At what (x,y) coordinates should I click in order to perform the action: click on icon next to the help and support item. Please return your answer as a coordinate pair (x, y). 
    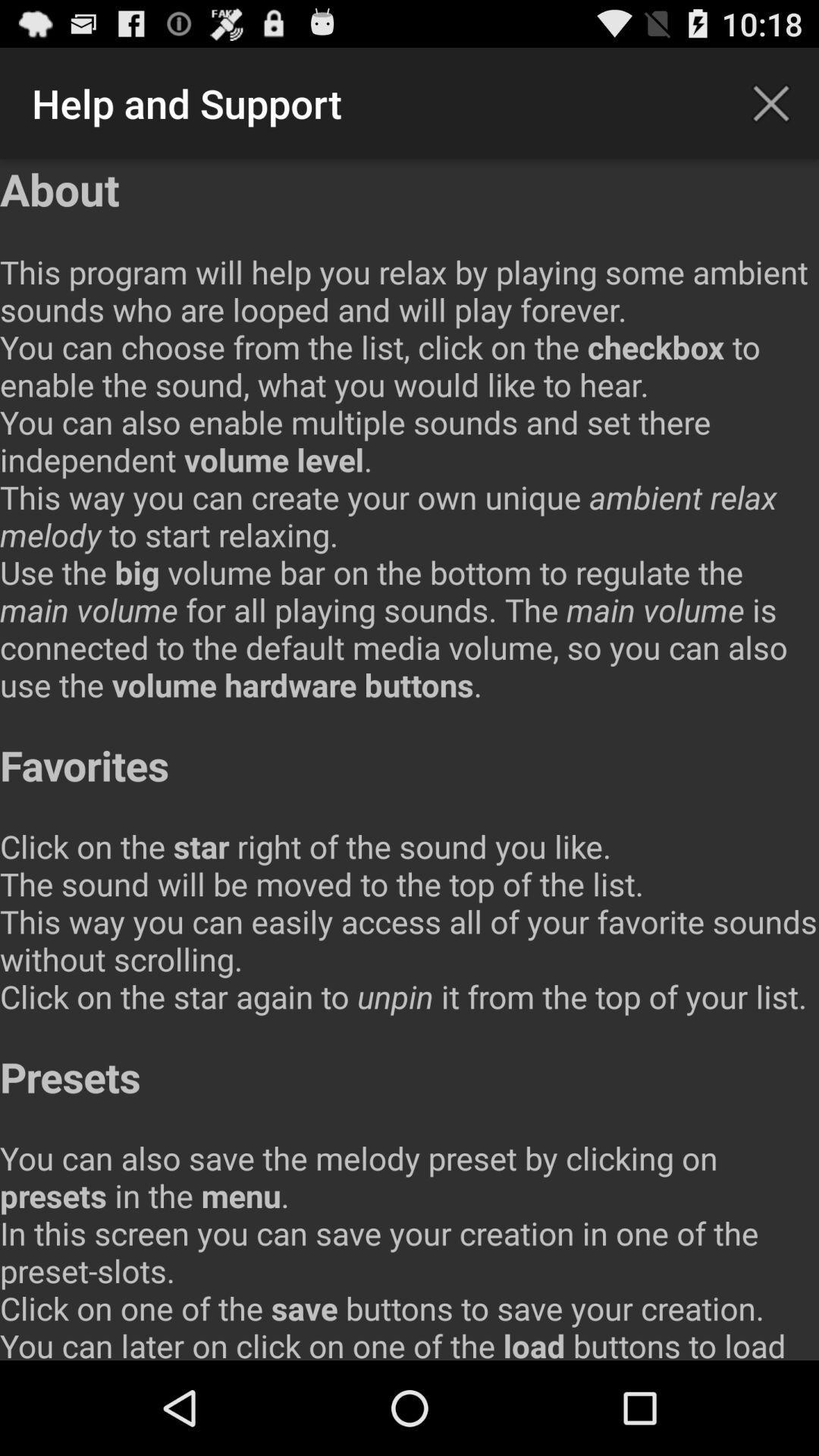
    Looking at the image, I should click on (771, 102).